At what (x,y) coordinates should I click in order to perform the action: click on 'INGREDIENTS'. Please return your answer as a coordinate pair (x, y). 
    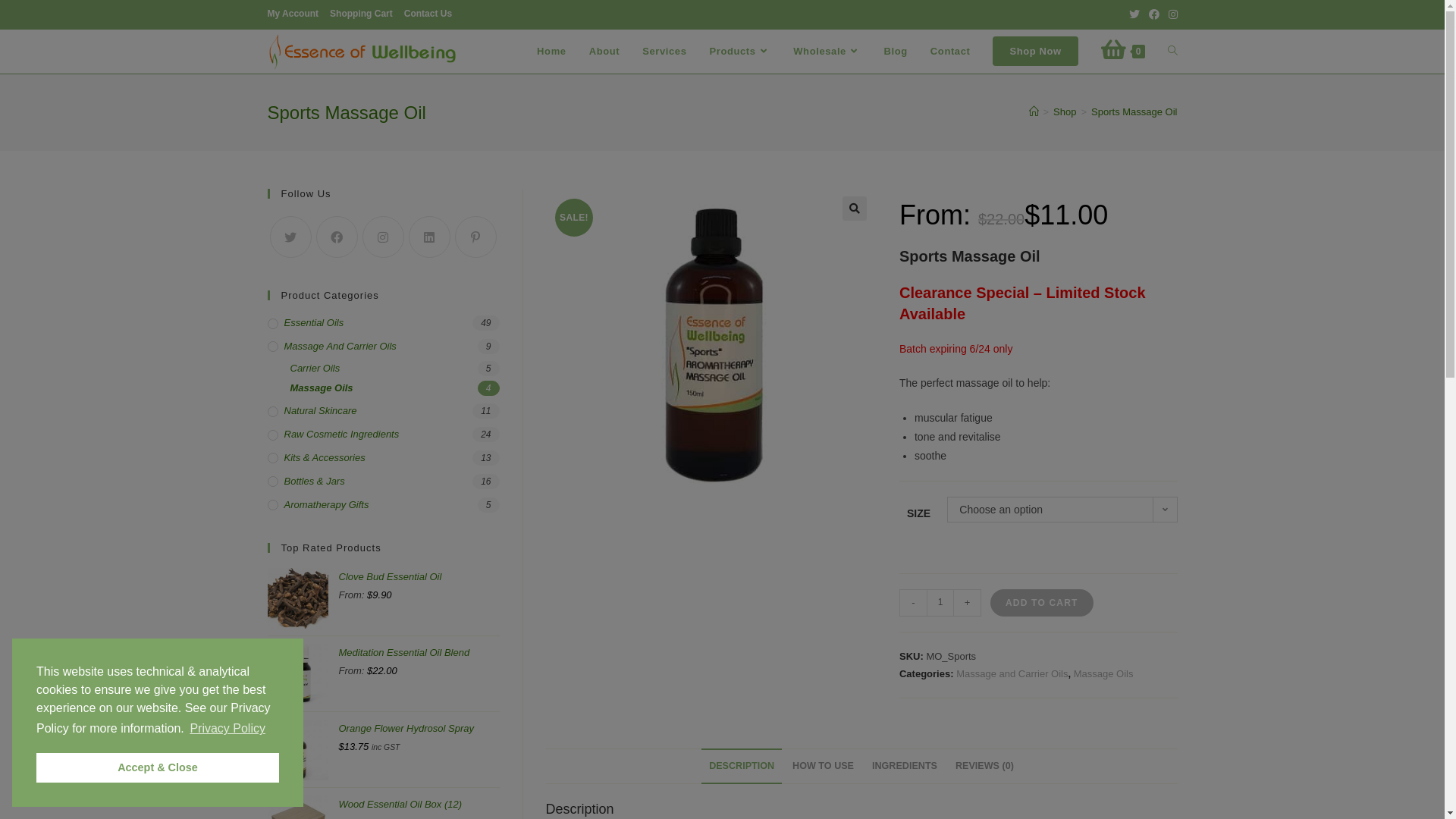
    Looking at the image, I should click on (864, 766).